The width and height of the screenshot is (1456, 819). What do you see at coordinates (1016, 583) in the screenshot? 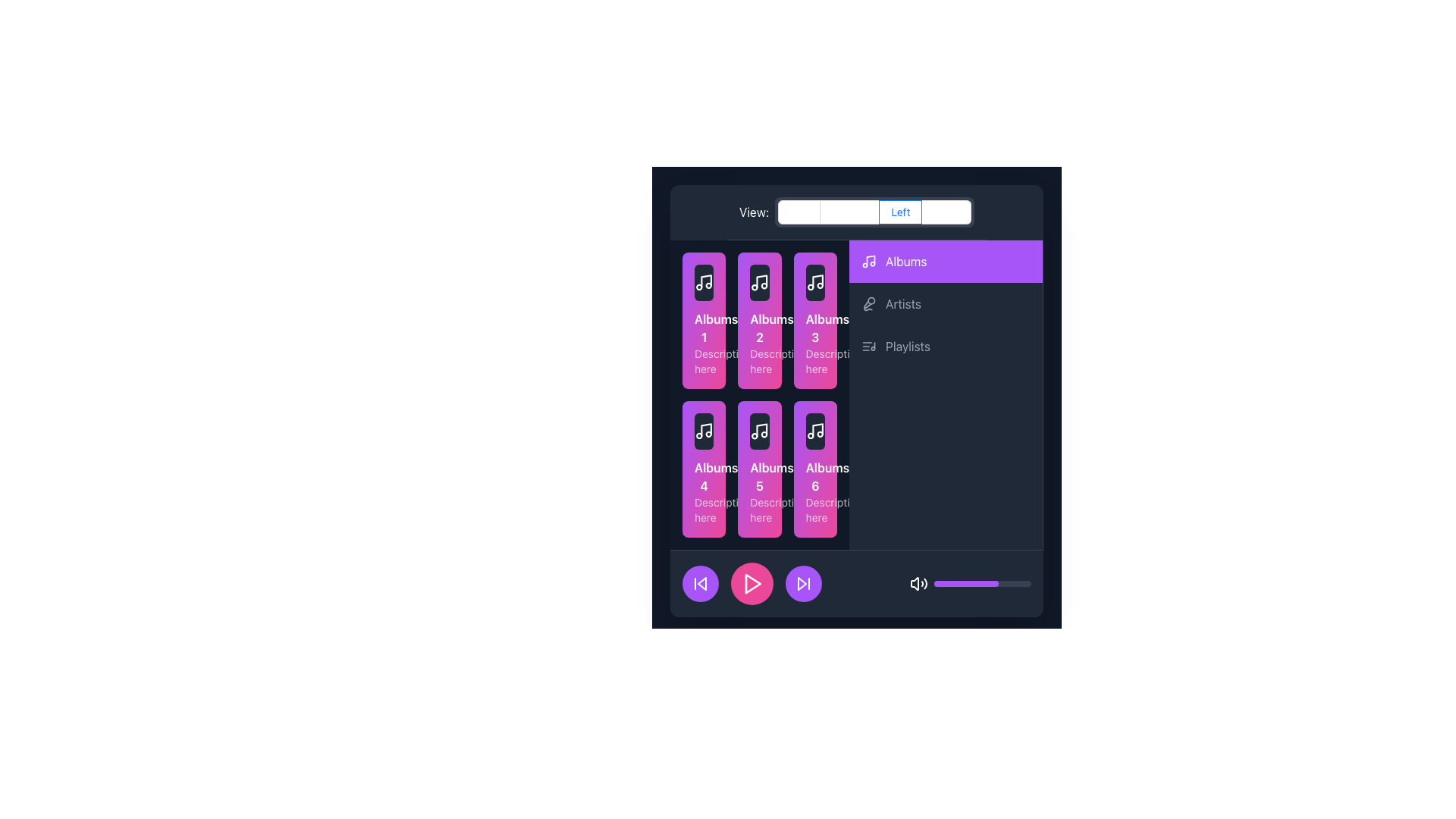
I see `the volume level` at bounding box center [1016, 583].